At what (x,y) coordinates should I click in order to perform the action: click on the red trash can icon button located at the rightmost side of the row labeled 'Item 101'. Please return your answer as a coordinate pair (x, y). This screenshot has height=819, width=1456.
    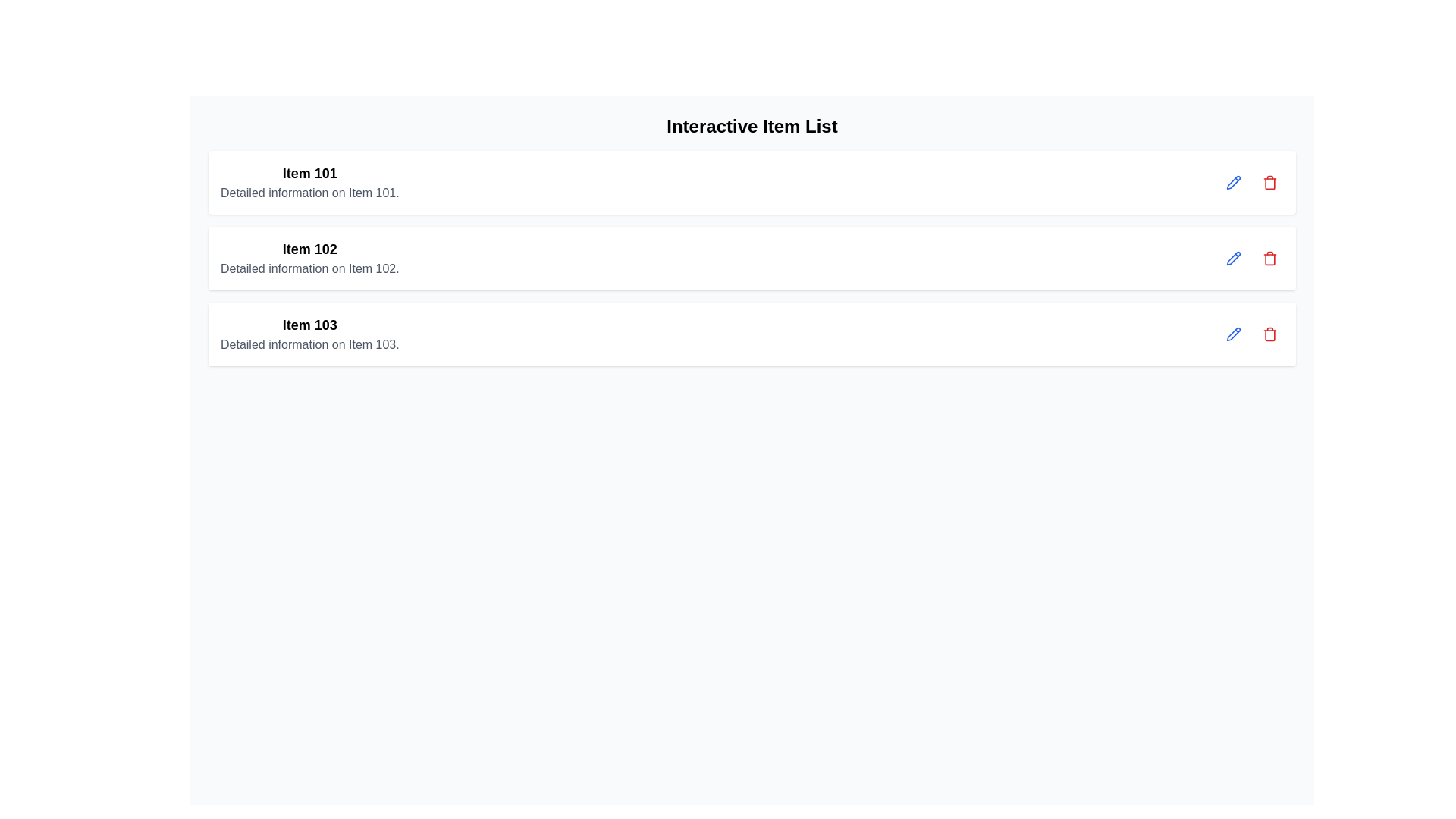
    Looking at the image, I should click on (1270, 181).